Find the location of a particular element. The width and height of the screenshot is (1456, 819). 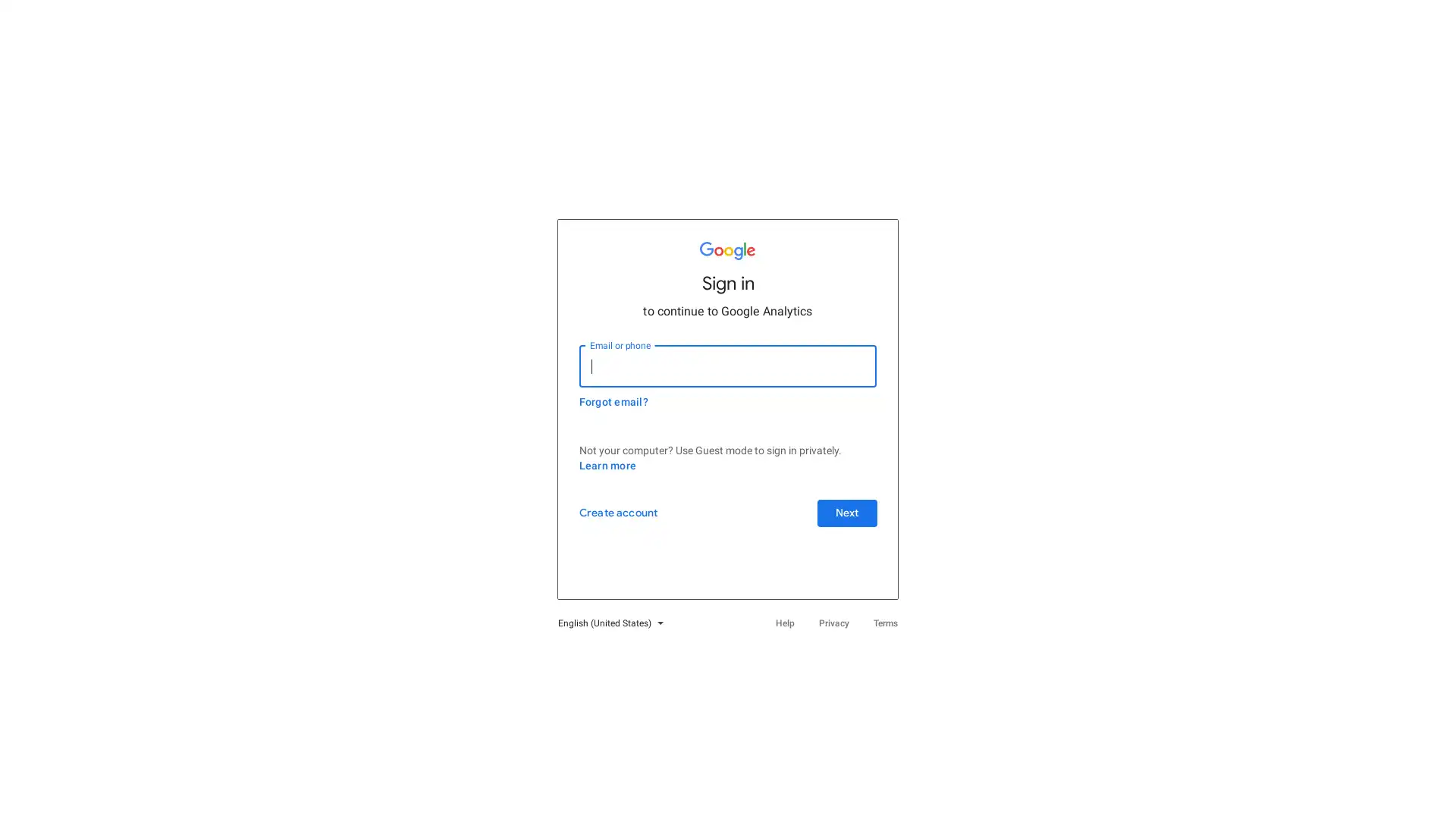

Forgot email? is located at coordinates (623, 415).